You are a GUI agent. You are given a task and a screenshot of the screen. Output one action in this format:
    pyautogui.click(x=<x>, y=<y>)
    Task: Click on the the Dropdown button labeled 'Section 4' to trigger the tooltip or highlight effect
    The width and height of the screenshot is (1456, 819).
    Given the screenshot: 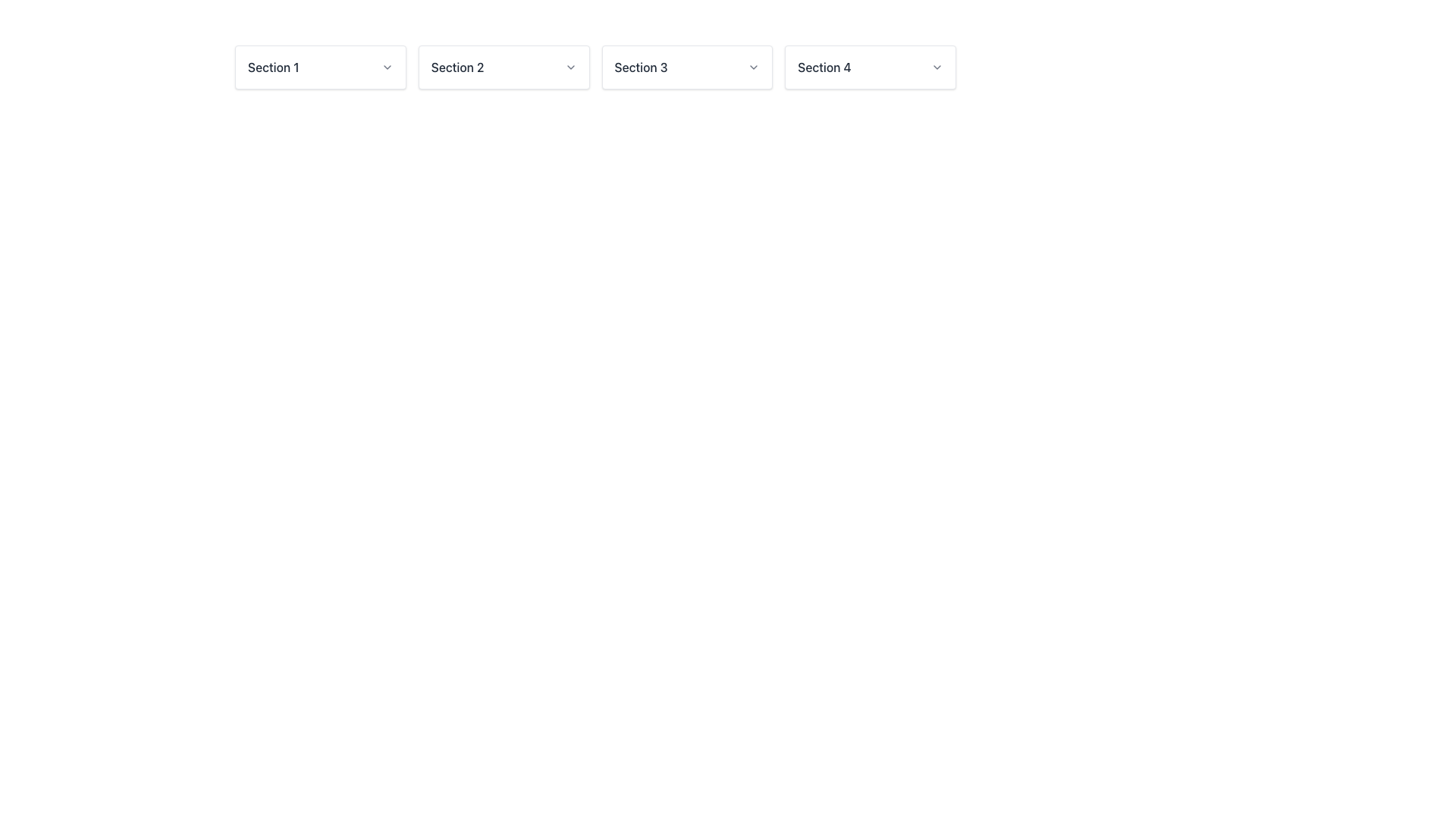 What is the action you would take?
    pyautogui.click(x=871, y=66)
    